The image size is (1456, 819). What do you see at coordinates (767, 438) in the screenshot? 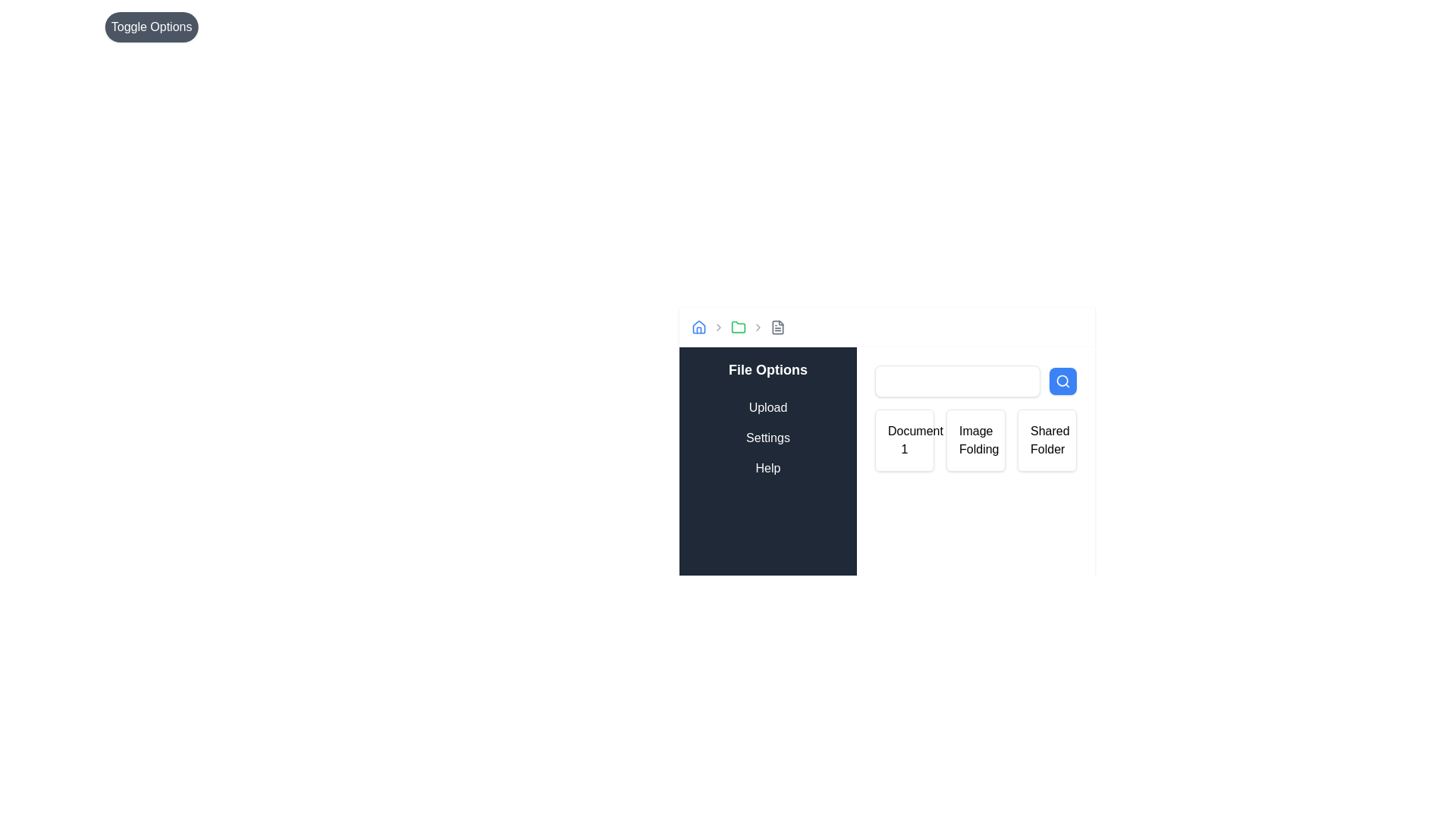
I see `the 'Settings' text label, which is styled with white text on a dark blue background and is the second label in a vertical stack labeled 'File Options'` at bounding box center [767, 438].